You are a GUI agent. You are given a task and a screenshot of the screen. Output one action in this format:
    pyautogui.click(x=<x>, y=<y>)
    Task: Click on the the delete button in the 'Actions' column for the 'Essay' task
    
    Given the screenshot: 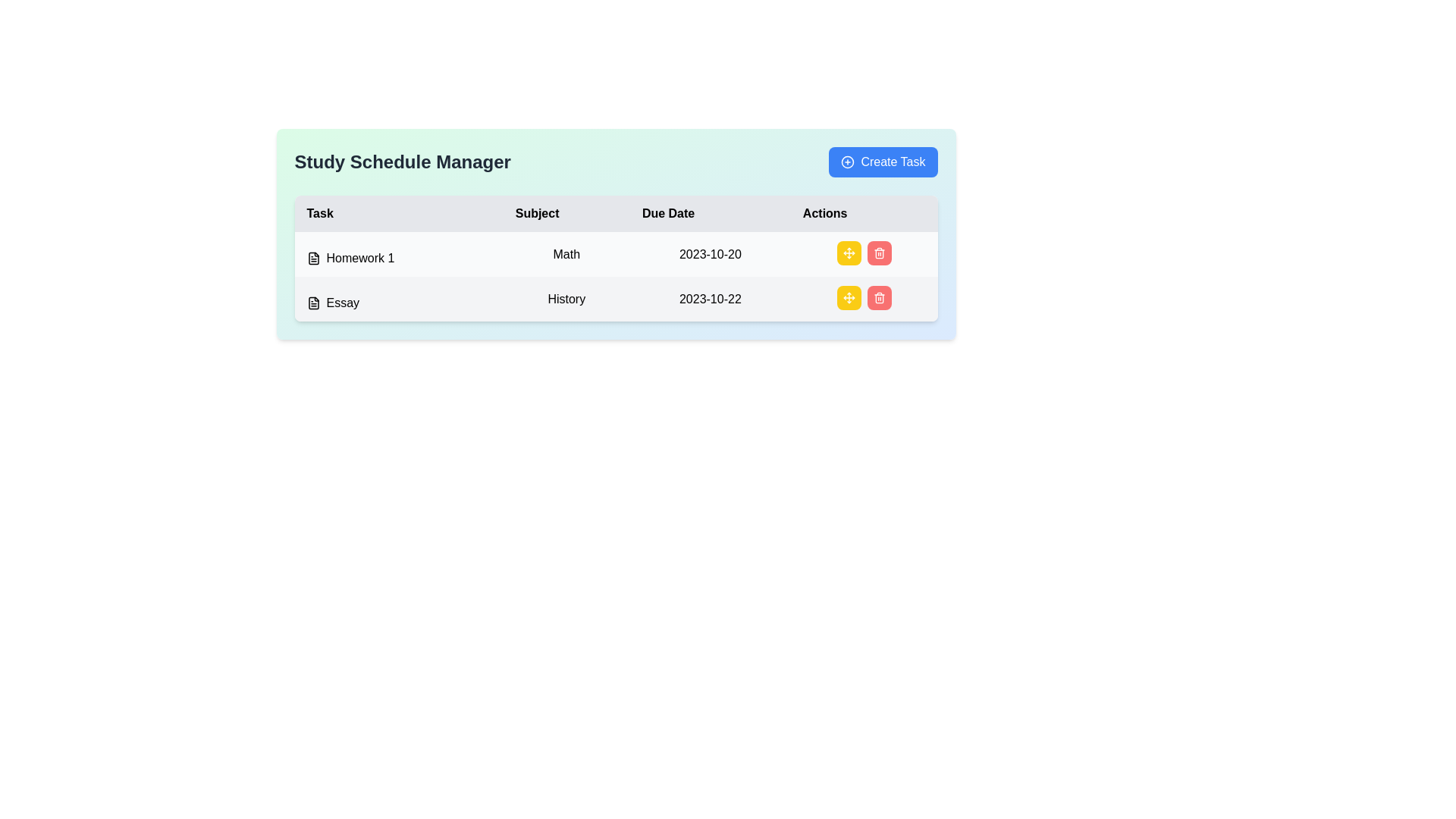 What is the action you would take?
    pyautogui.click(x=879, y=298)
    